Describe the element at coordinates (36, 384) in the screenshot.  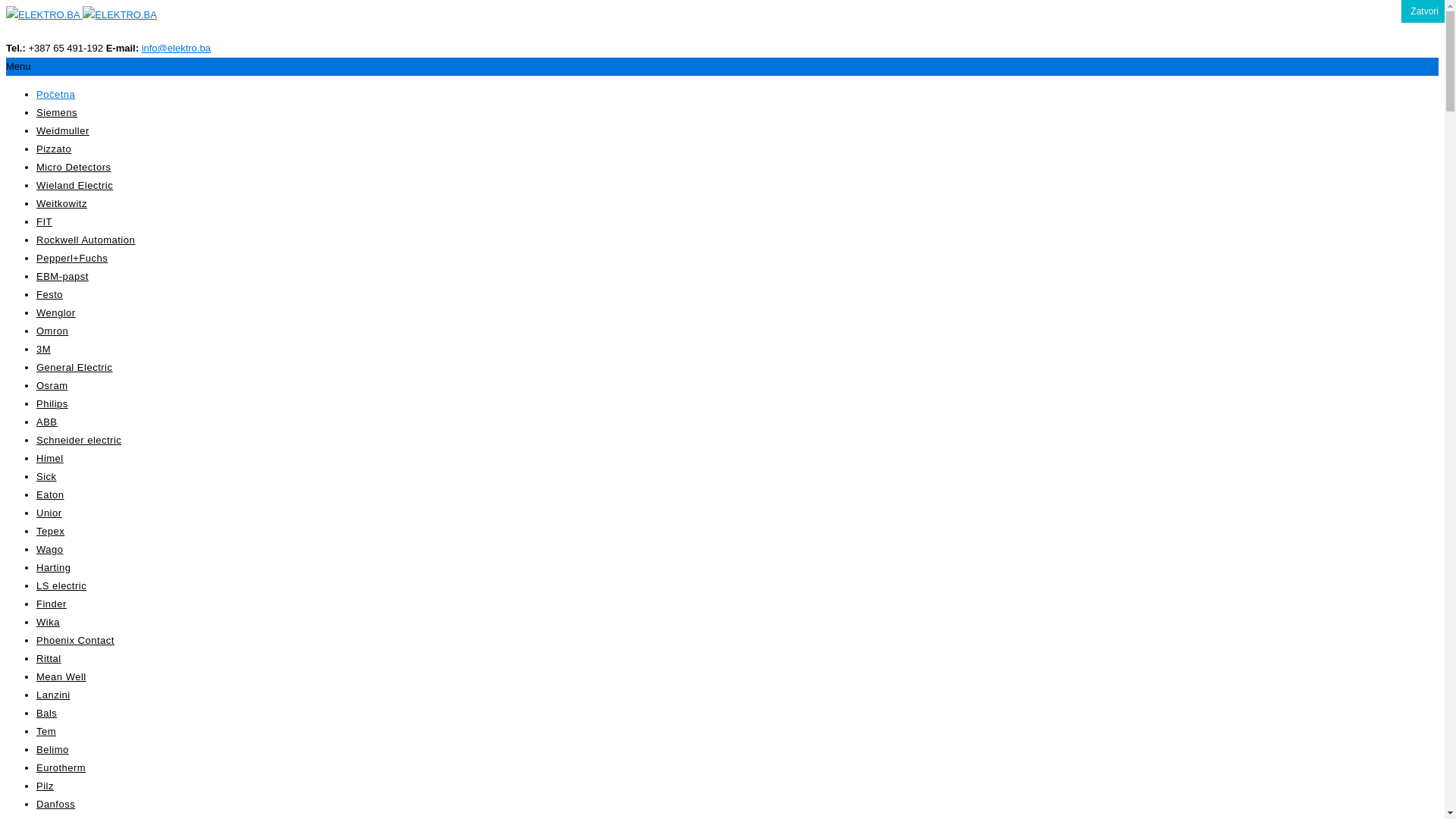
I see `'Osram'` at that location.